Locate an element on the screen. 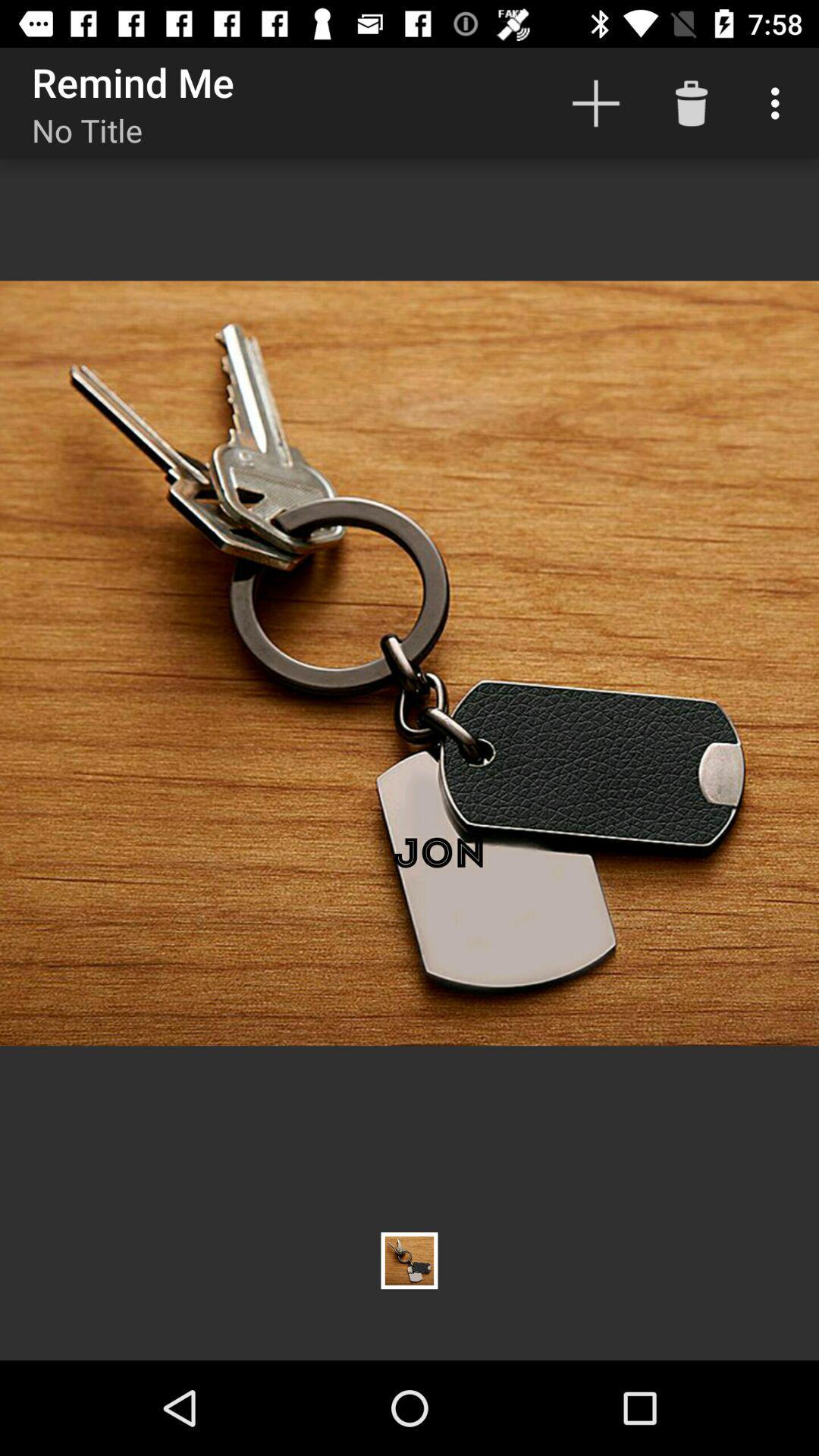 The image size is (819, 1456). the icon at the center is located at coordinates (409, 663).